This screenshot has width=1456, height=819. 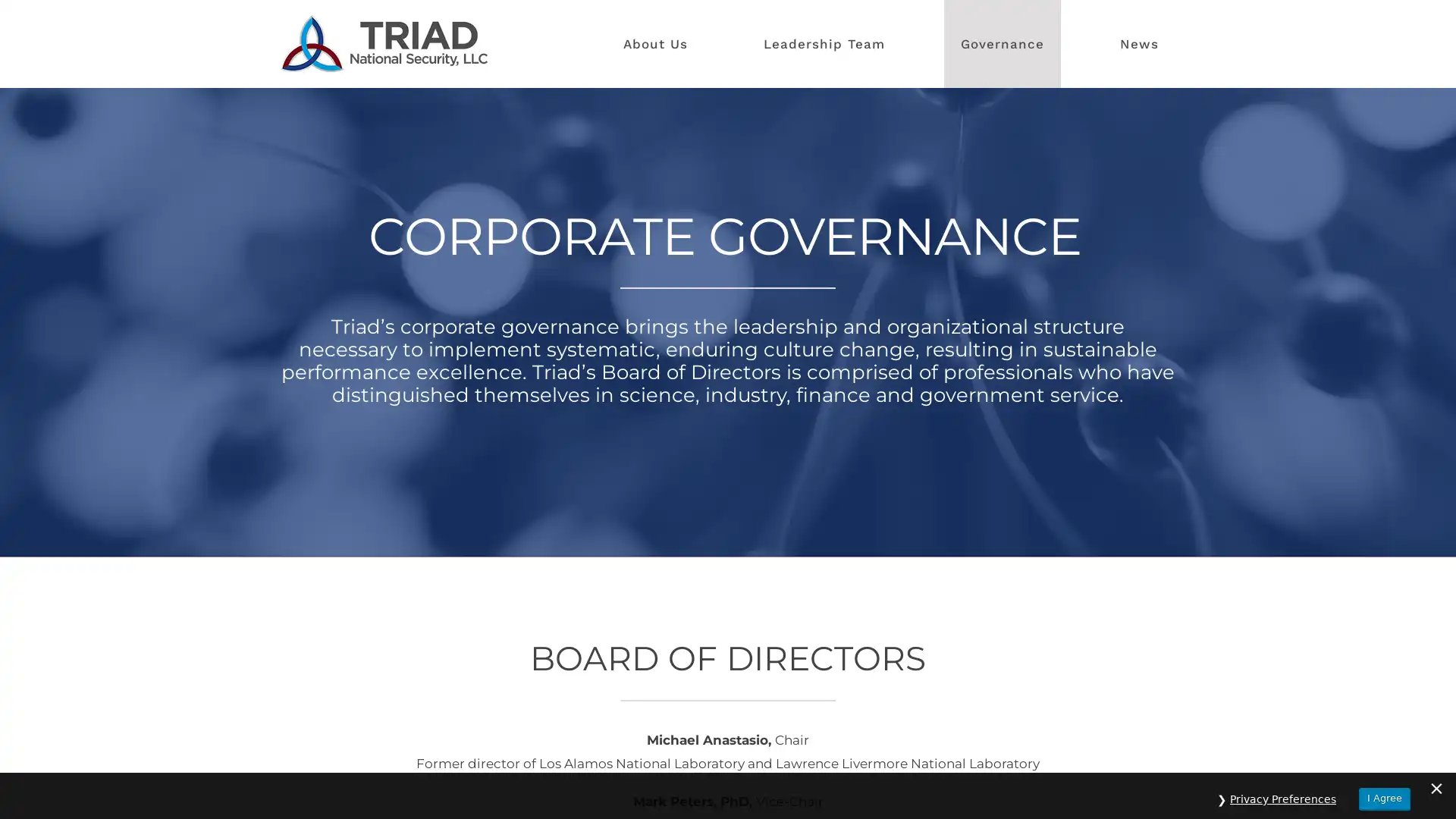 I want to click on Privacy Preferences, so click(x=1282, y=791).